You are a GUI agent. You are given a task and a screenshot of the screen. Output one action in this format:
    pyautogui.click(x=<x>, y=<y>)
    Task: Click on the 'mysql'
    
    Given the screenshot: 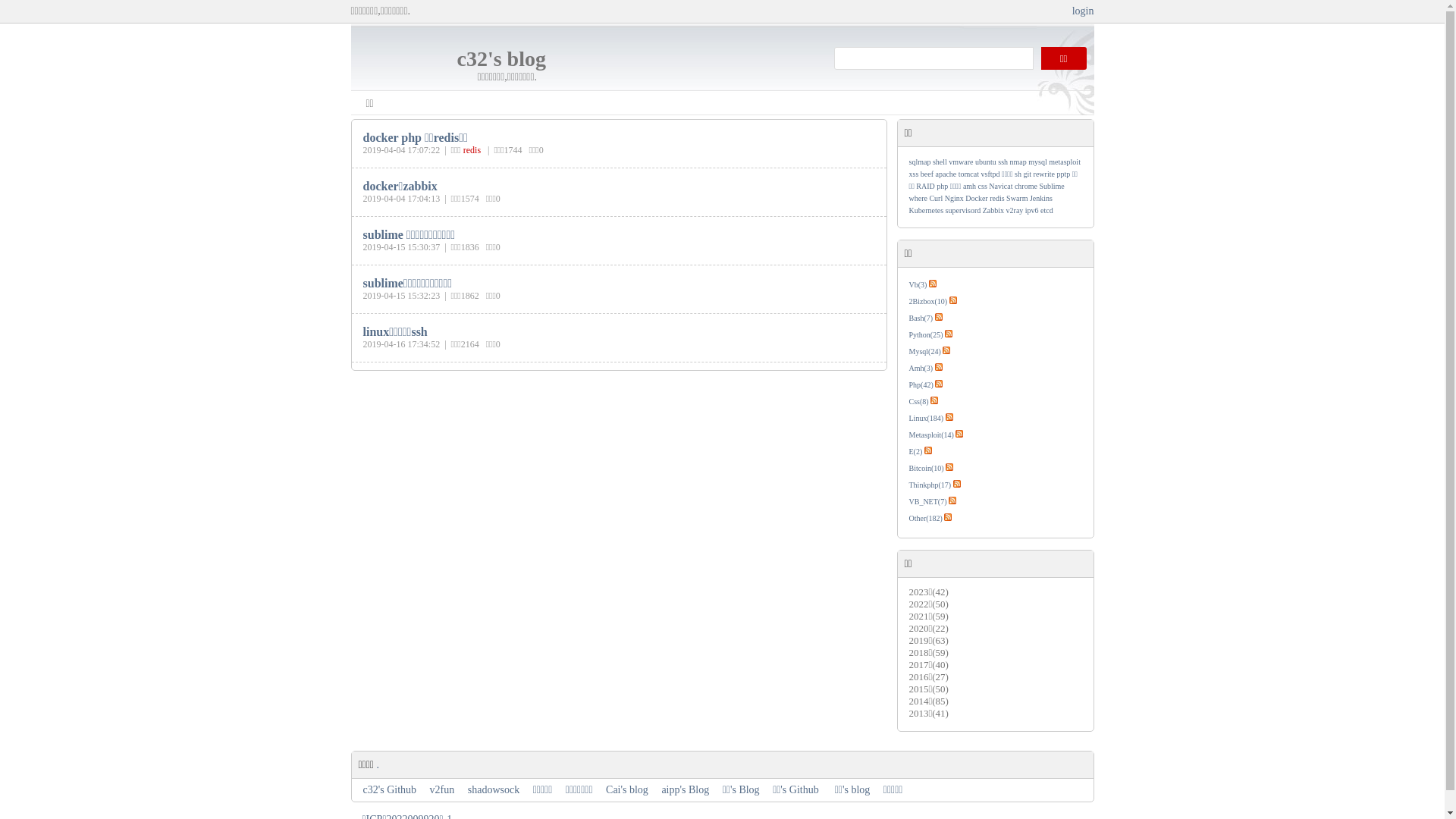 What is the action you would take?
    pyautogui.click(x=1037, y=162)
    